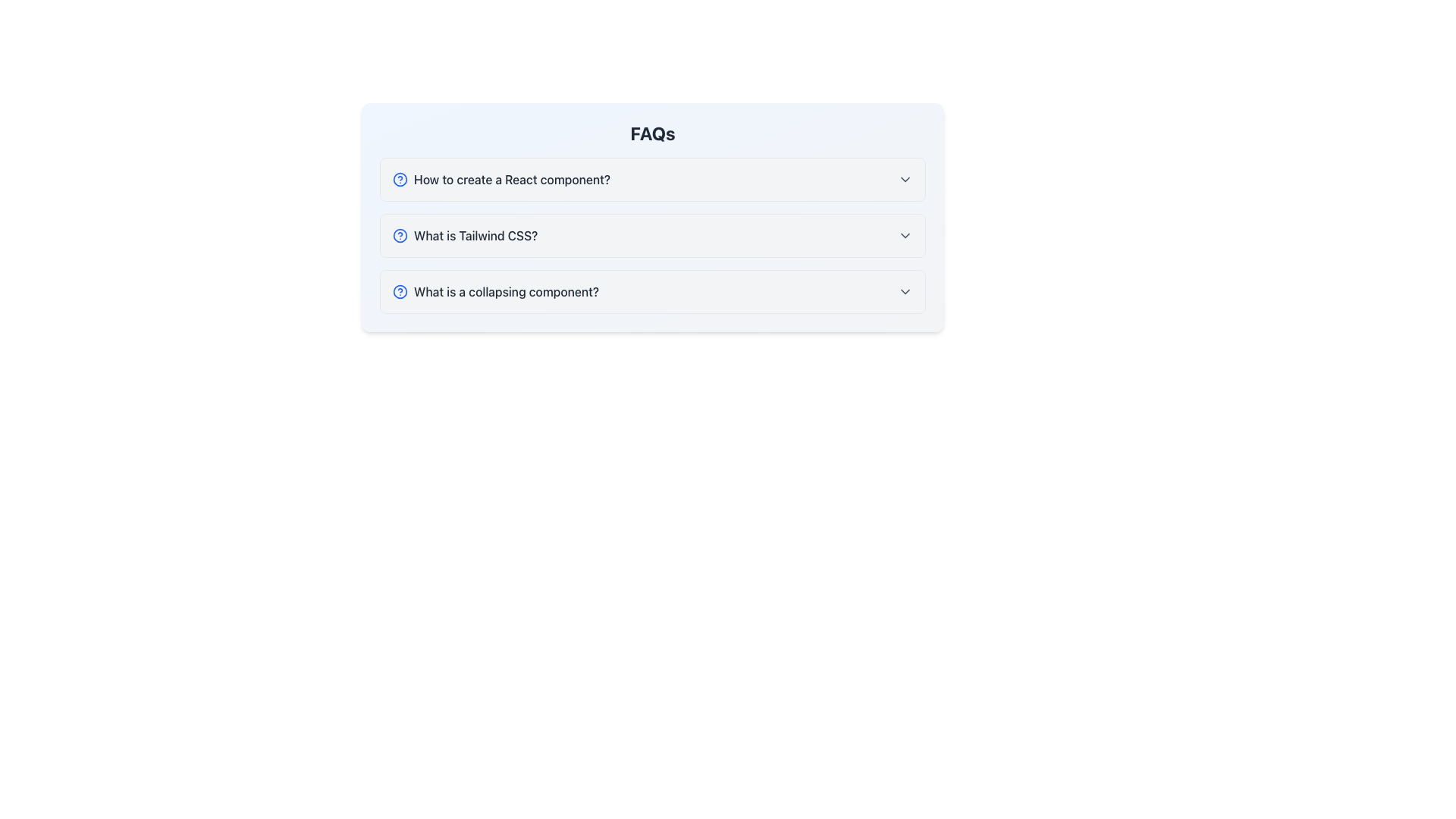 Image resolution: width=1456 pixels, height=819 pixels. What do you see at coordinates (652, 133) in the screenshot?
I see `the bold, centered 'FAQs' heading text that is styled with a dark gray font, located at the top of the FAQ section` at bounding box center [652, 133].